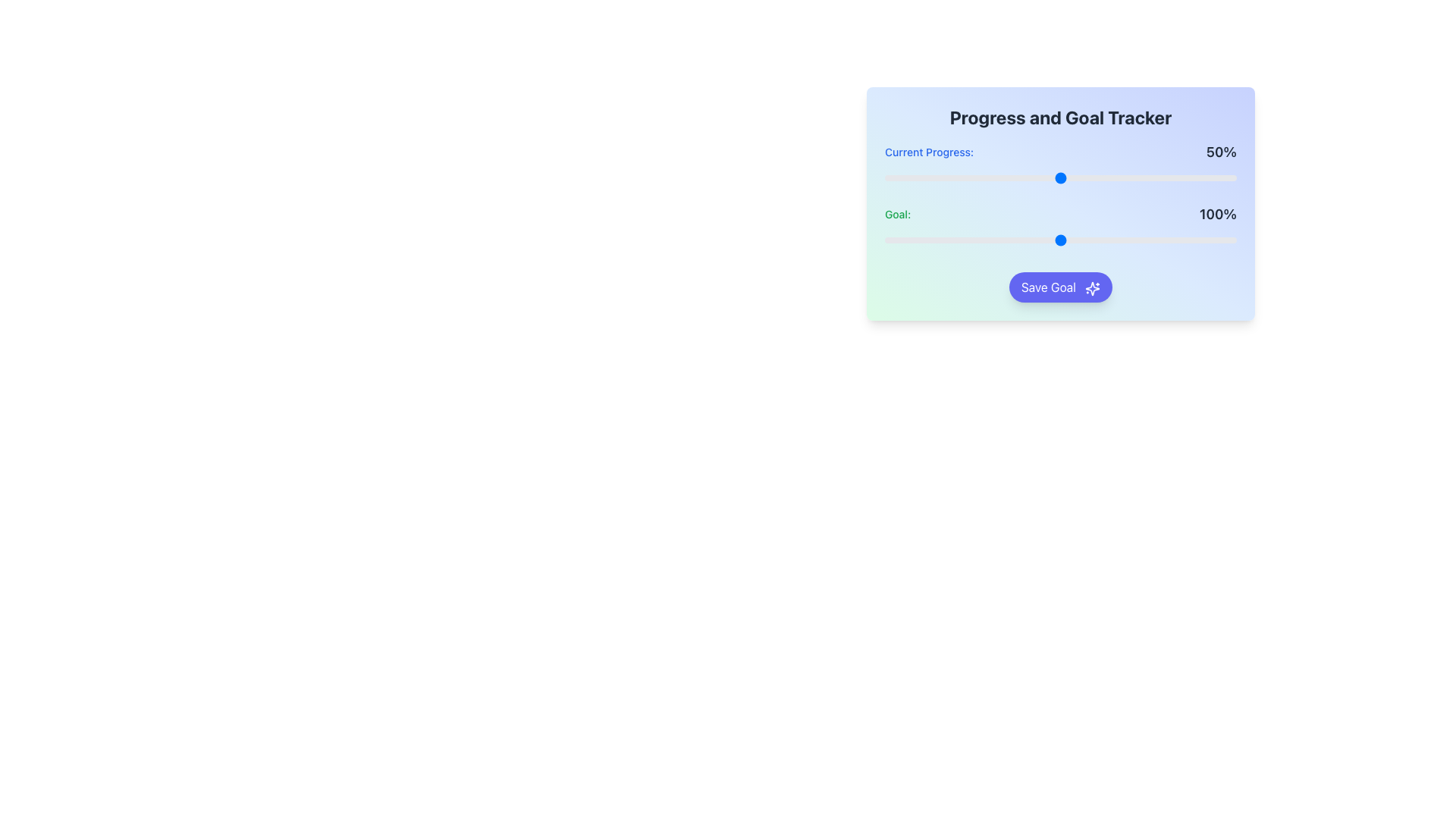 The width and height of the screenshot is (1456, 819). What do you see at coordinates (928, 152) in the screenshot?
I see `the text label displaying 'Current Progress:' in blue color, located in the 'Progress and Goal Tracker' section` at bounding box center [928, 152].